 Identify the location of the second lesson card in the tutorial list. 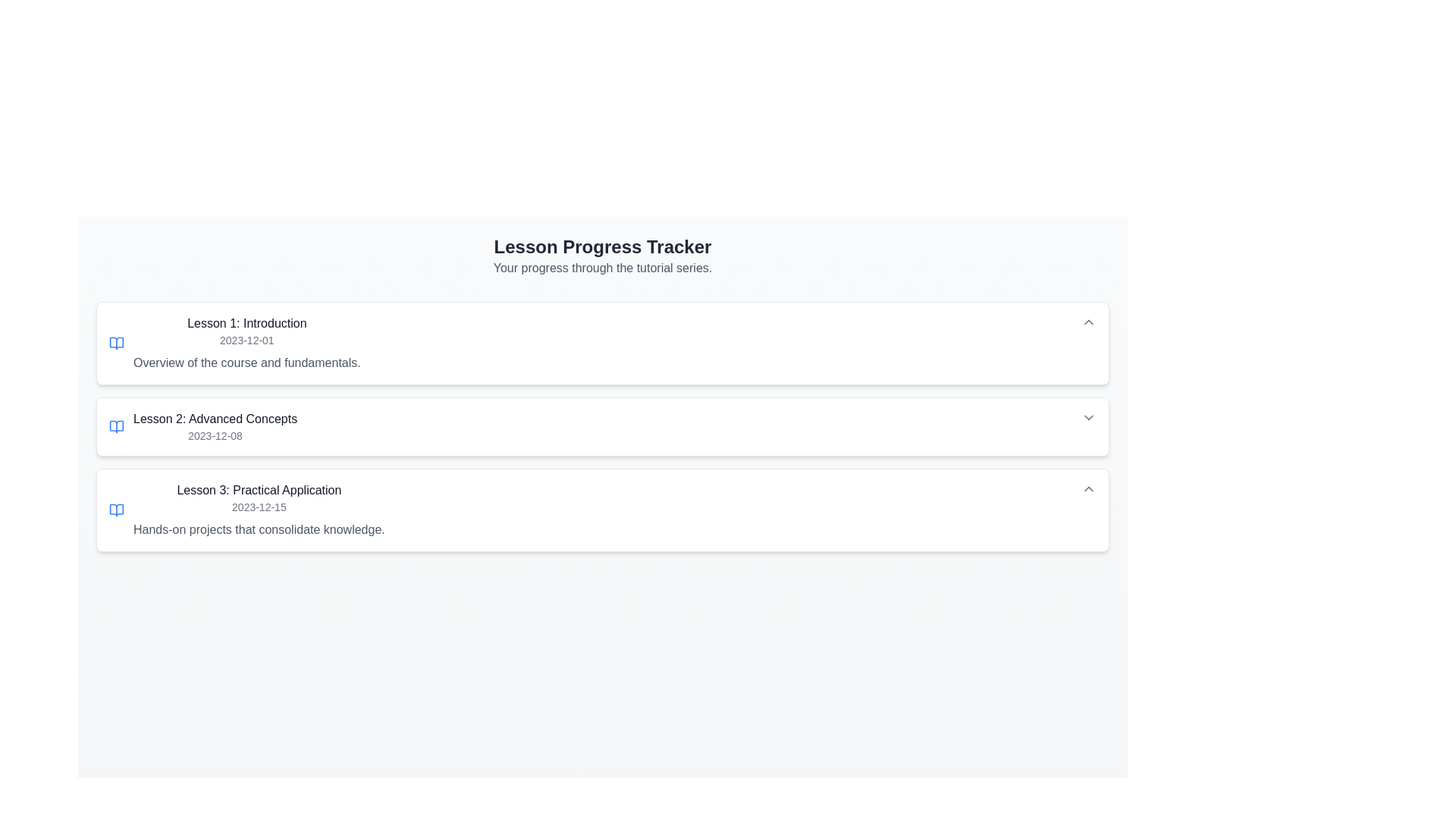
(602, 427).